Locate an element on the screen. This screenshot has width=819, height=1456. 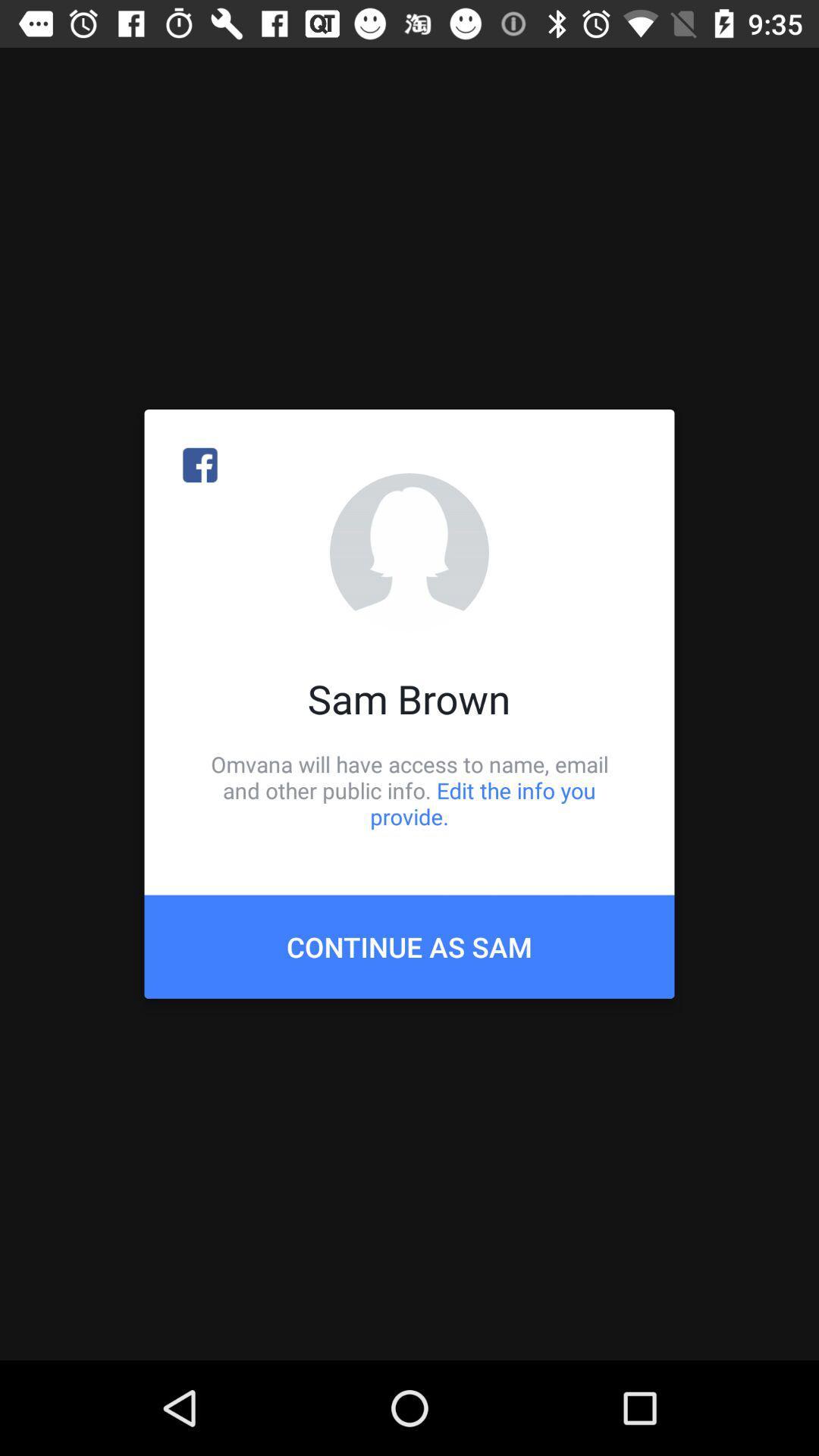
item below the omvana will have is located at coordinates (409, 946).